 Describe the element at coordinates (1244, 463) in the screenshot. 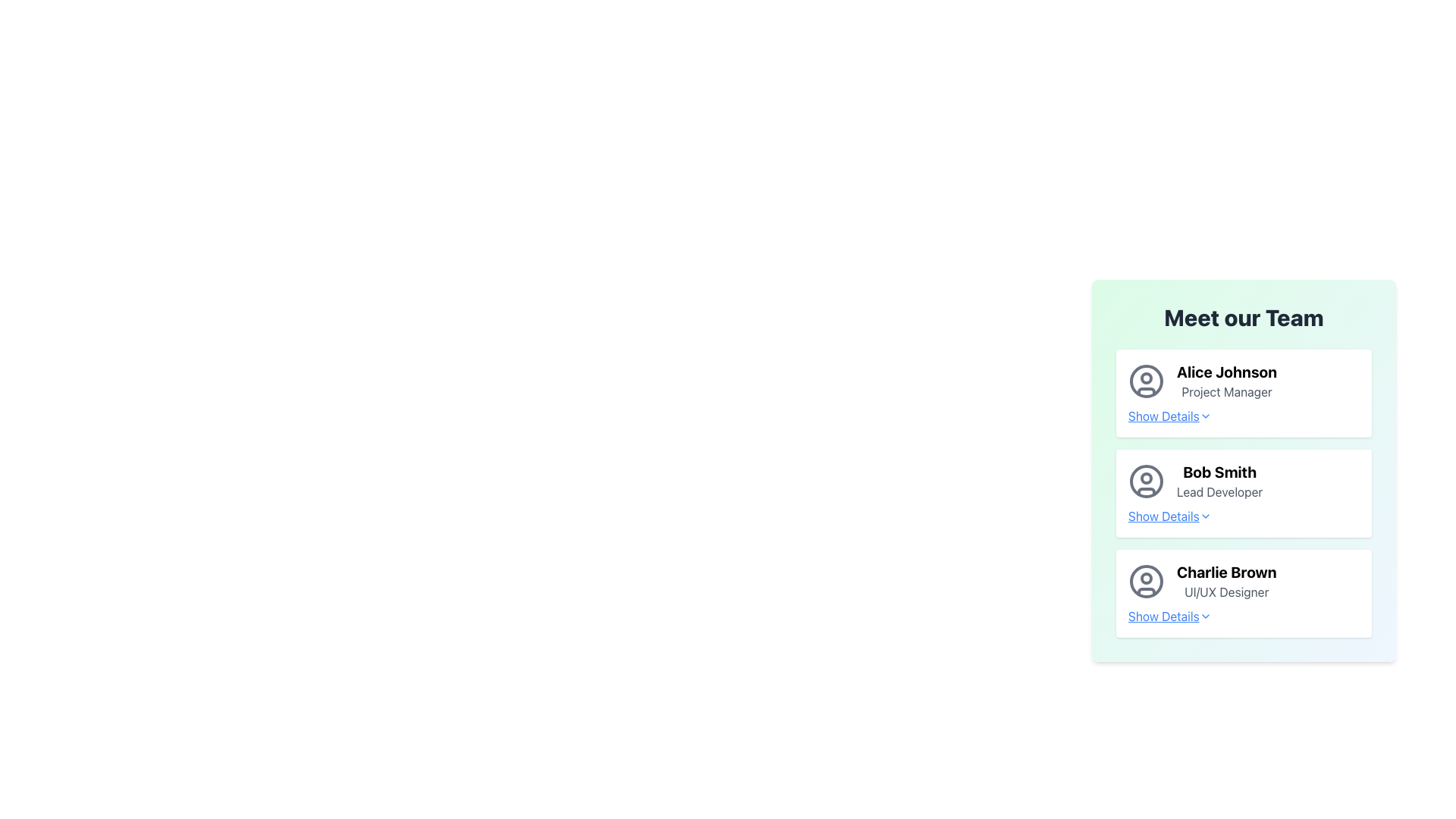

I see `the Information card for Bob Smith, which is the second card in the vertical list under the 'Meet our Team' header` at that location.